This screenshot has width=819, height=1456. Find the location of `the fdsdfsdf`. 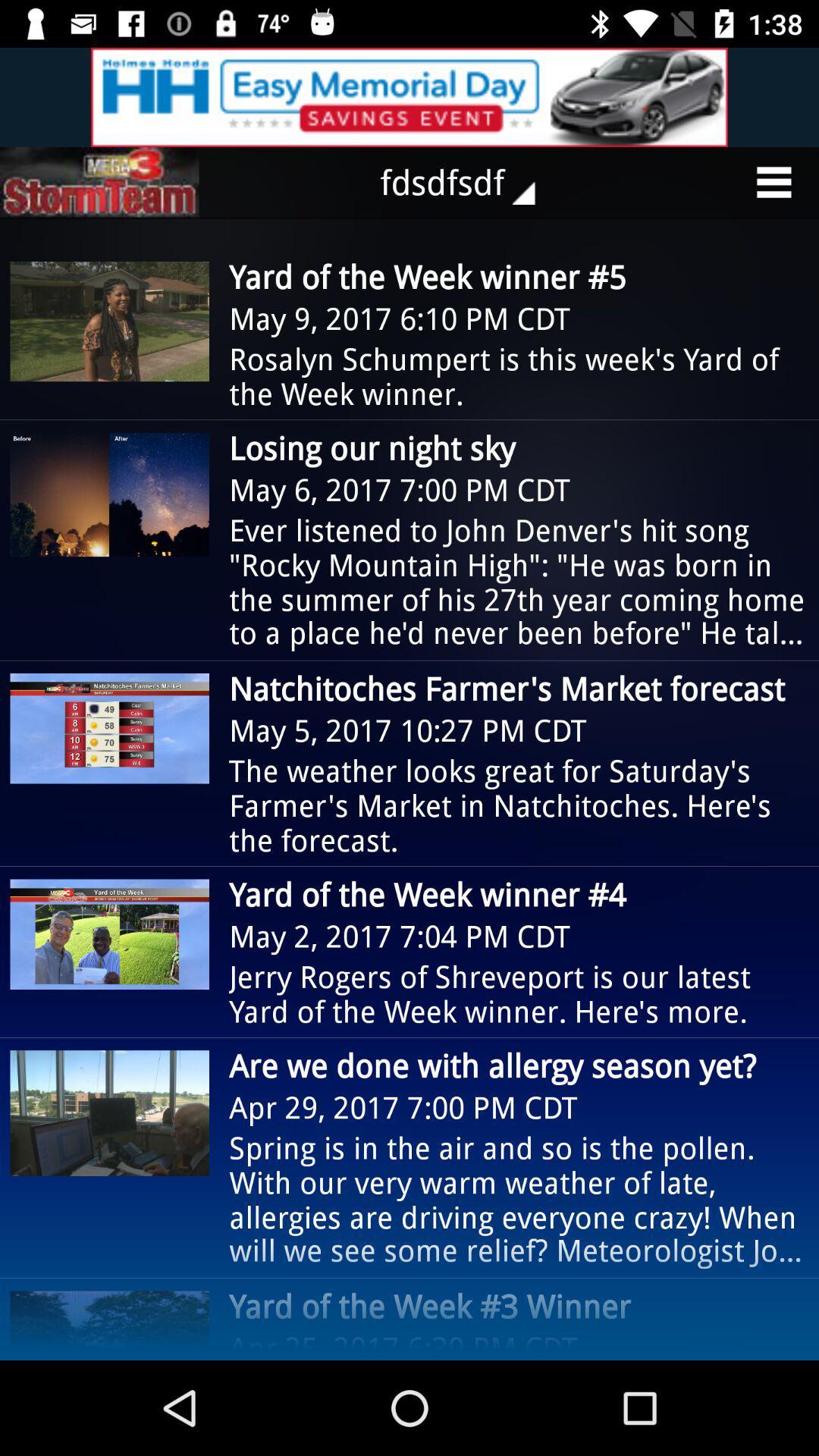

the fdsdfsdf is located at coordinates (467, 182).